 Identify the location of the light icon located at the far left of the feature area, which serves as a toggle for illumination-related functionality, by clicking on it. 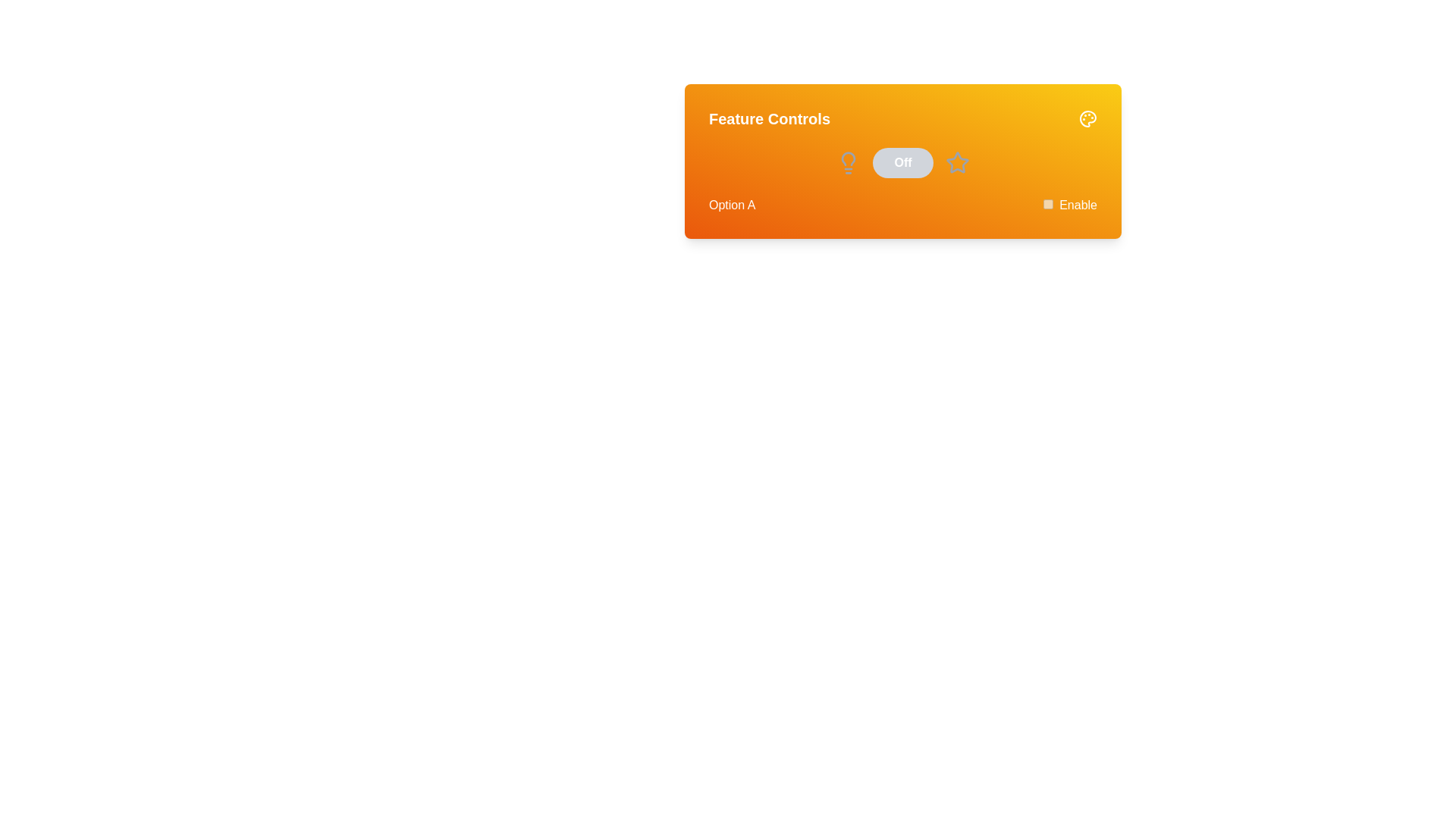
(847, 163).